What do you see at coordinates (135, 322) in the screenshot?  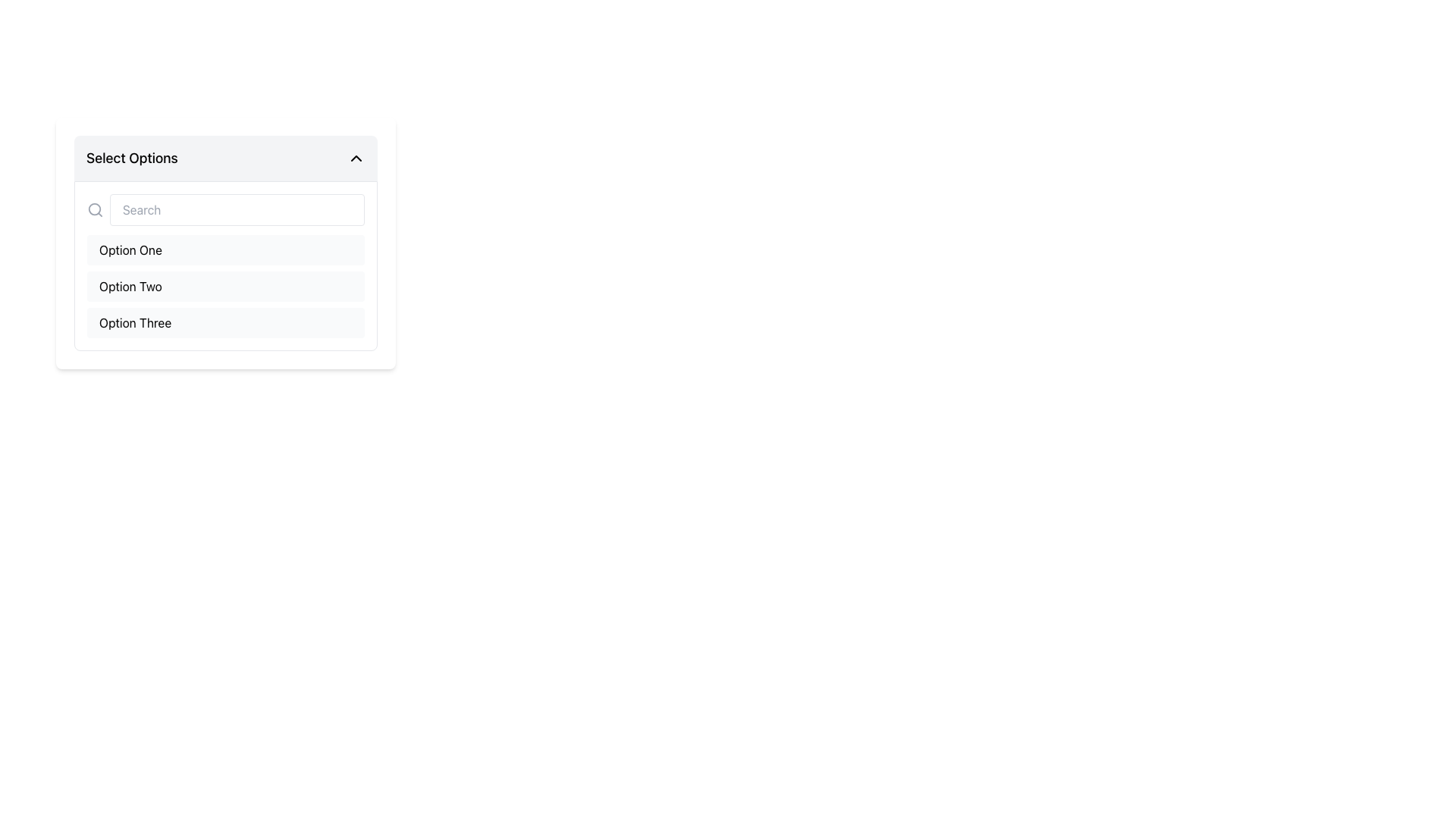 I see `the text label 'Option Three' located in the third item of the dropdown menu under 'Select Options'` at bounding box center [135, 322].